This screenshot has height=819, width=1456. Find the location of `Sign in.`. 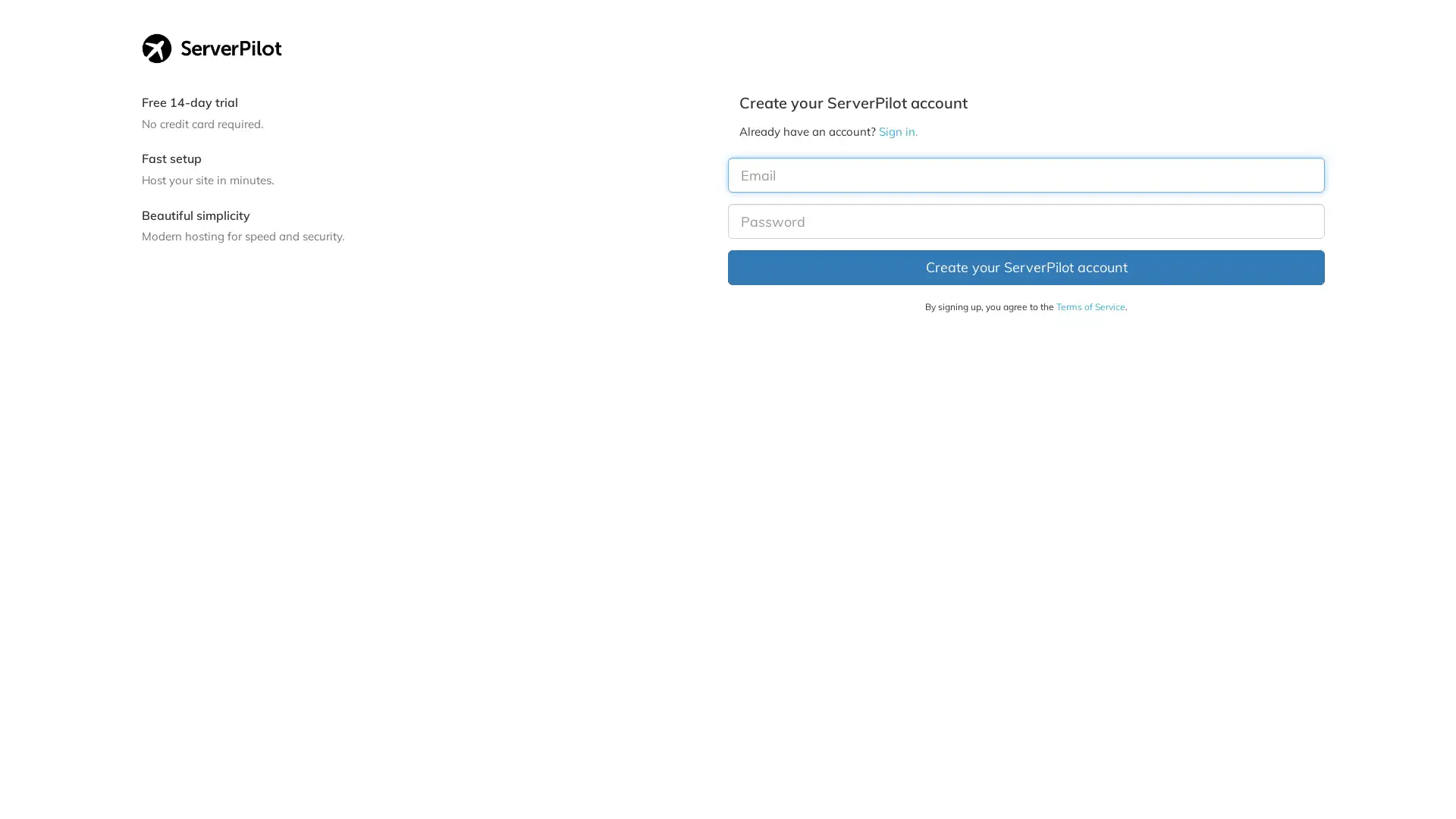

Sign in. is located at coordinates (897, 130).